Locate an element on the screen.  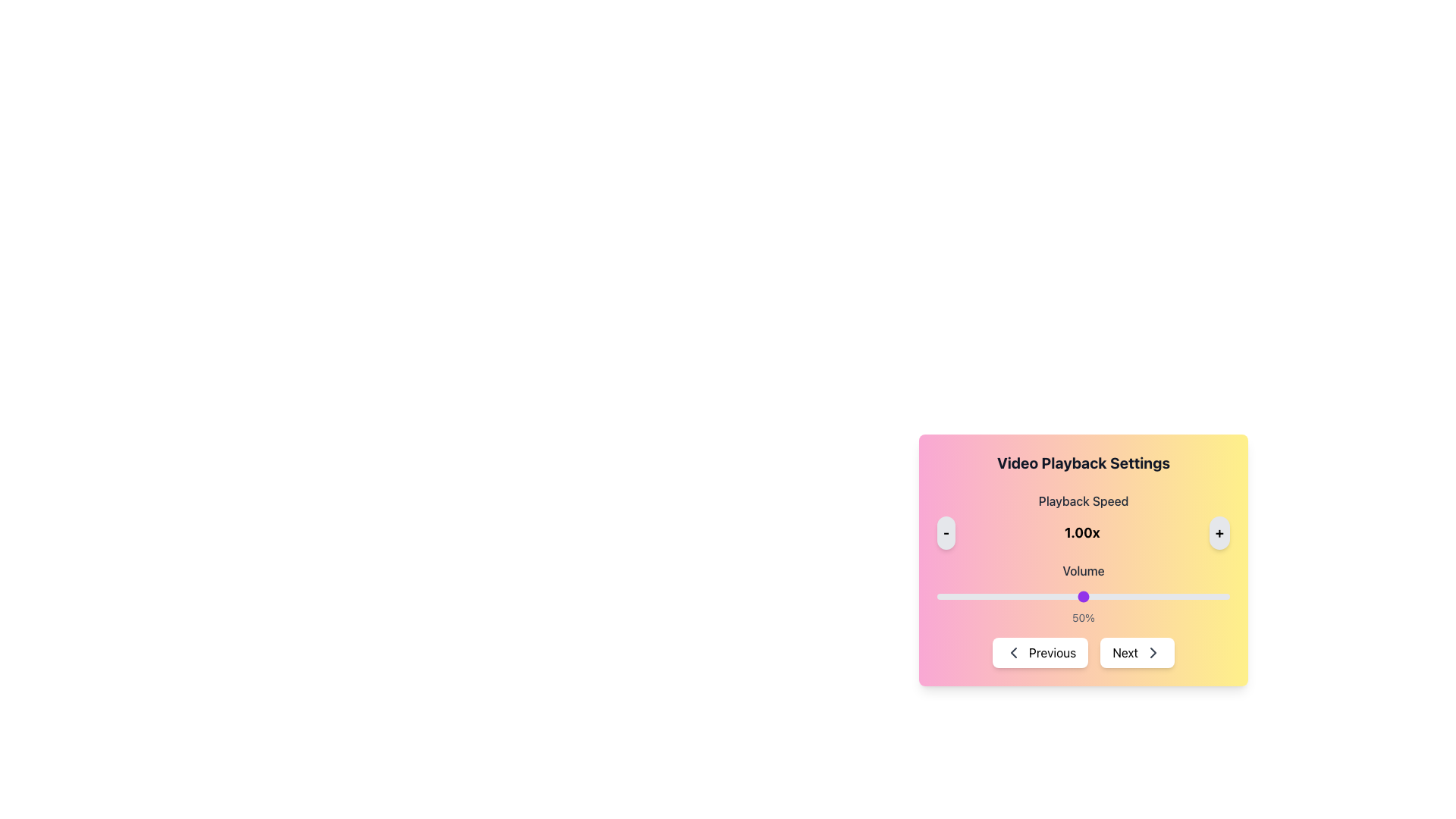
the volume slider is located at coordinates (1004, 595).